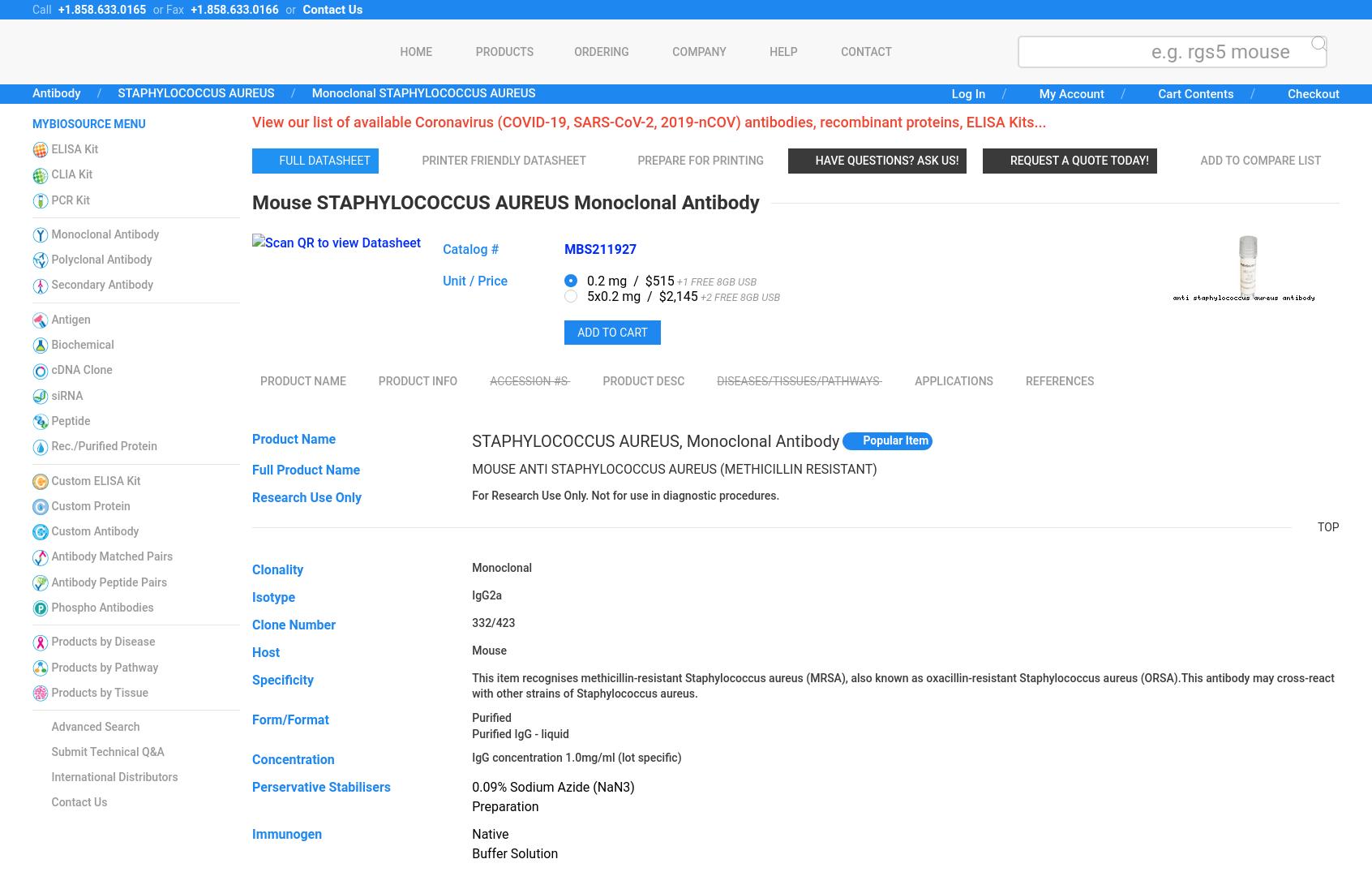 The image size is (1372, 872). What do you see at coordinates (903, 685) in the screenshot?
I see `'This item recognises methicillin-resistant Staphylococcus aureus (MRSA), also known as oxacillin-resistant Staphylococcus aureus (ORSA).This antibody may cross-react with other strains of Staphylococcus aureus.'` at bounding box center [903, 685].